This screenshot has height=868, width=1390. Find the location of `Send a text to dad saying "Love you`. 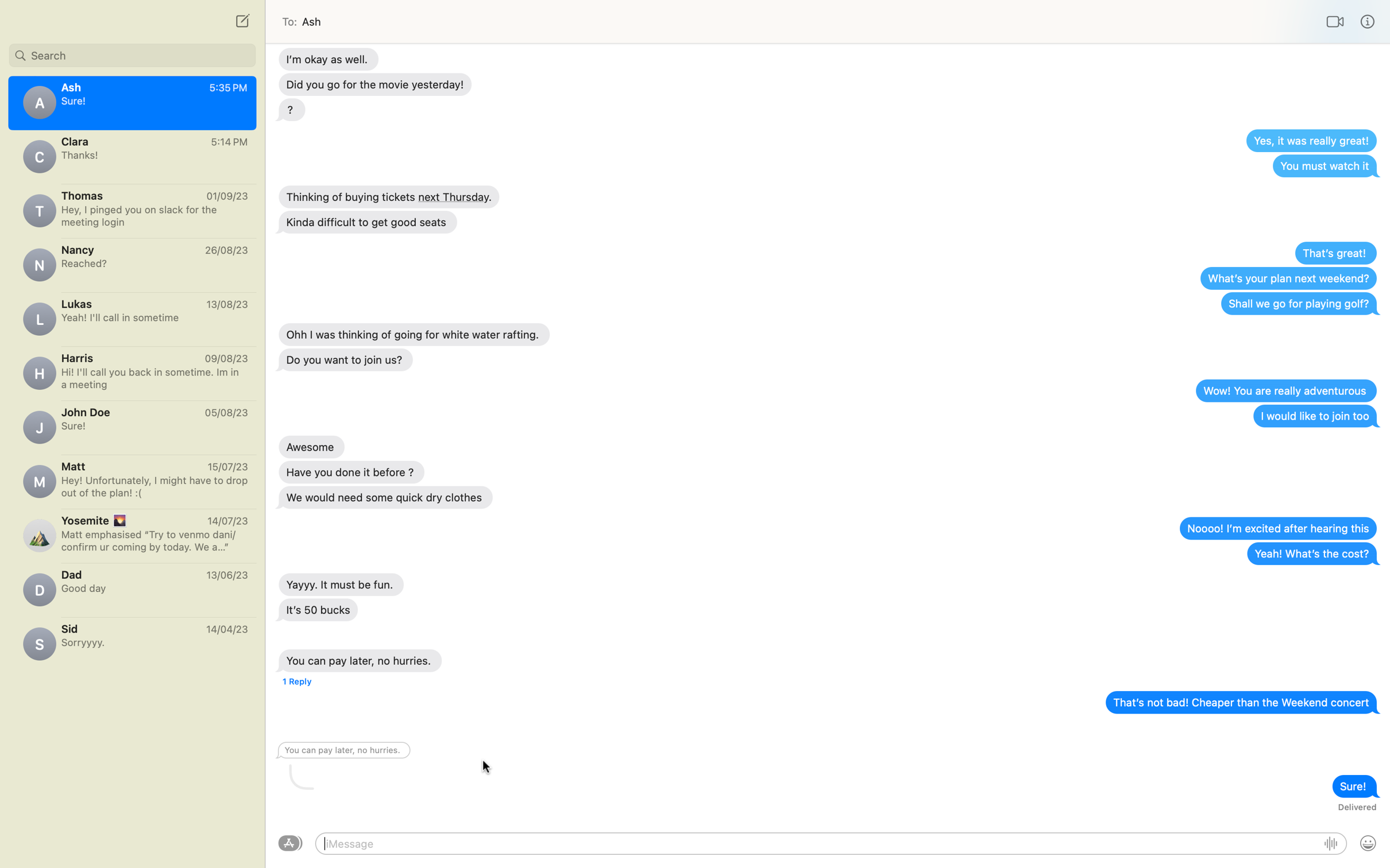

Send a text to dad saying "Love you is located at coordinates (132, 586).